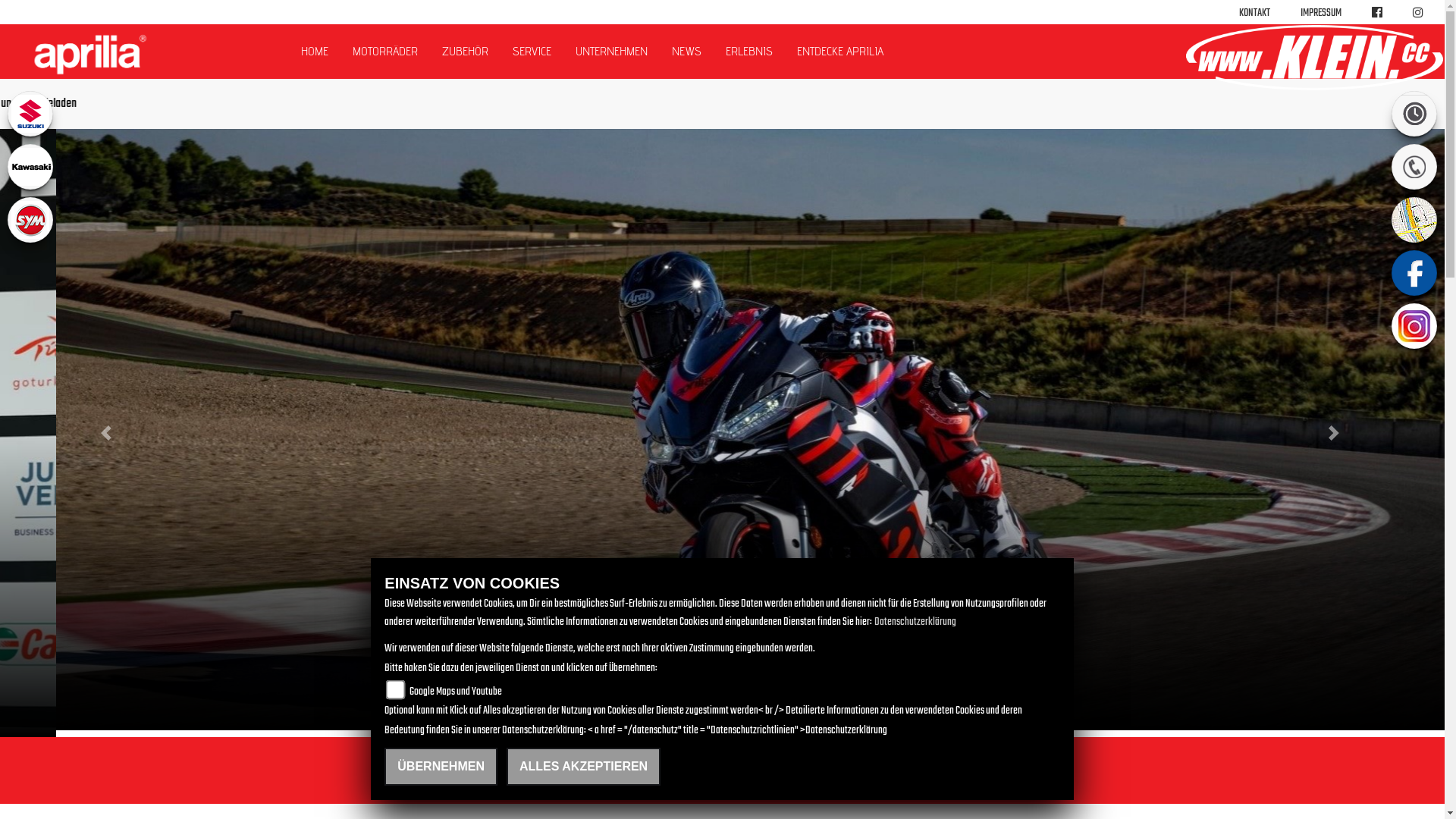 The image size is (1456, 819). Describe the element at coordinates (1238, 13) in the screenshot. I see `'KONTAKT'` at that location.